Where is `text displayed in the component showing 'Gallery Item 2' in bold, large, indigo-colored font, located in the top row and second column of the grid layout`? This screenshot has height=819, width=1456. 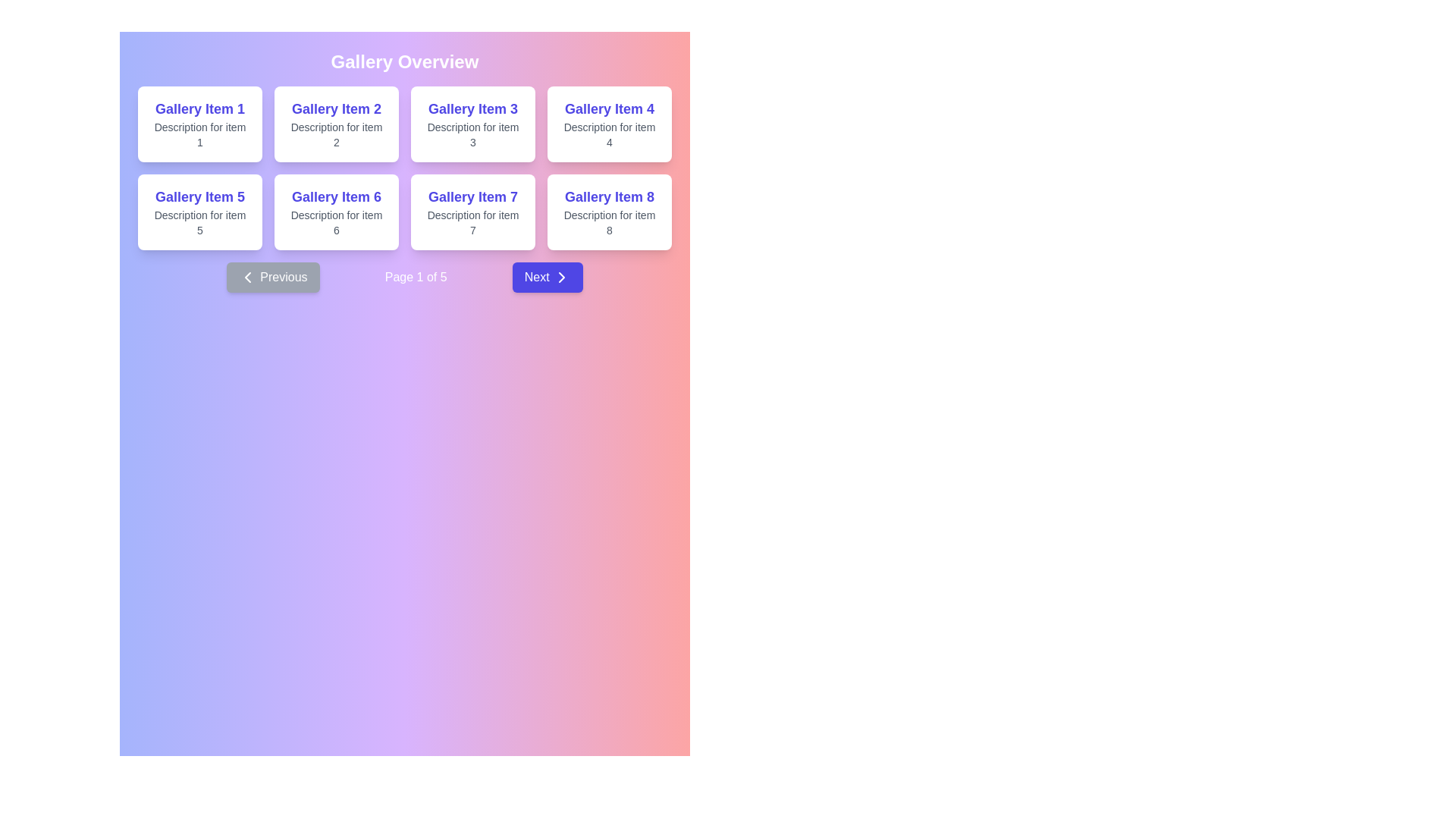
text displayed in the component showing 'Gallery Item 2' in bold, large, indigo-colored font, located in the top row and second column of the grid layout is located at coordinates (336, 108).